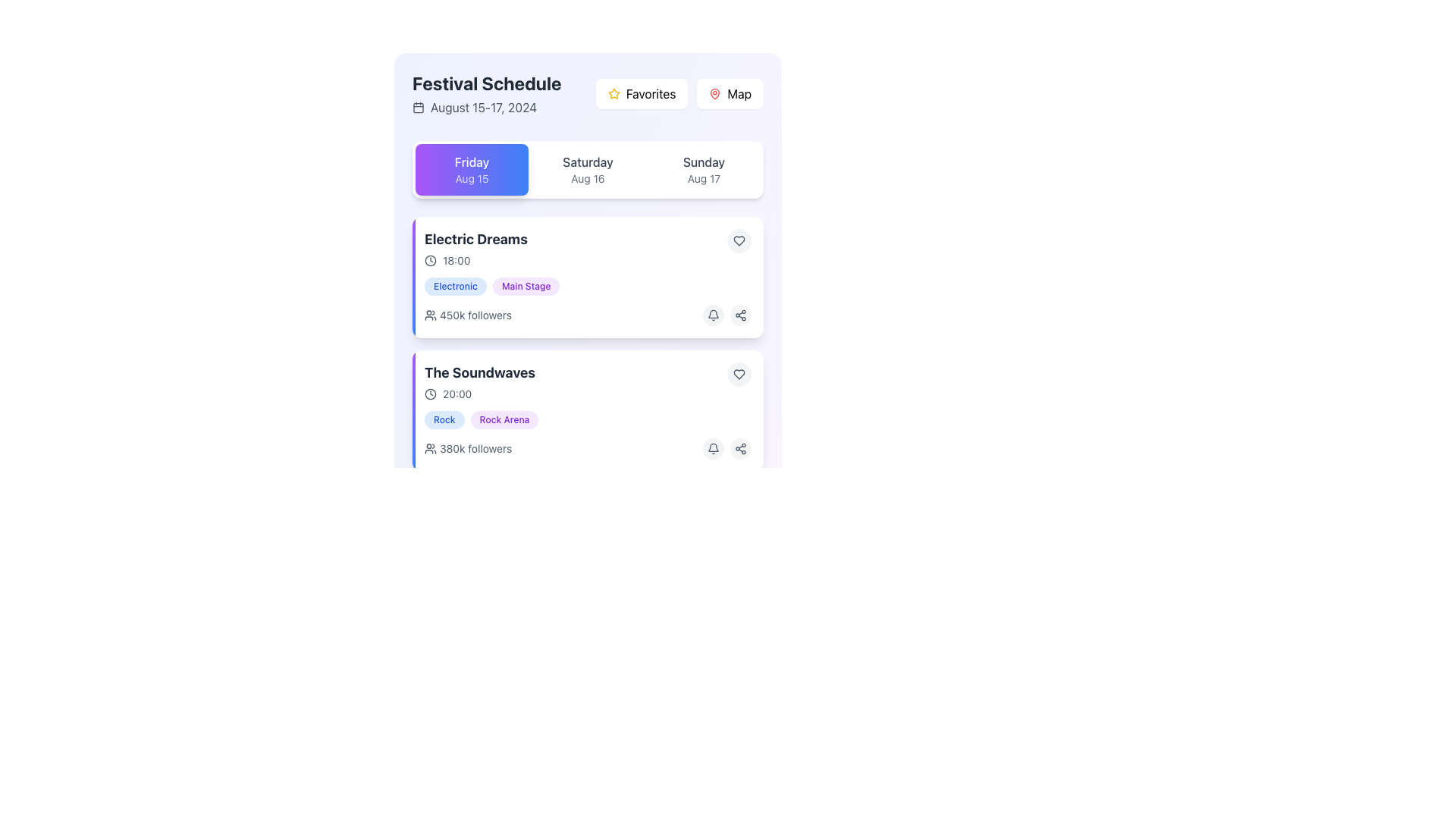 Image resolution: width=1456 pixels, height=819 pixels. What do you see at coordinates (471, 169) in the screenshot?
I see `the leftmost button in the horizontal series beneath the title 'Festival Schedule'` at bounding box center [471, 169].